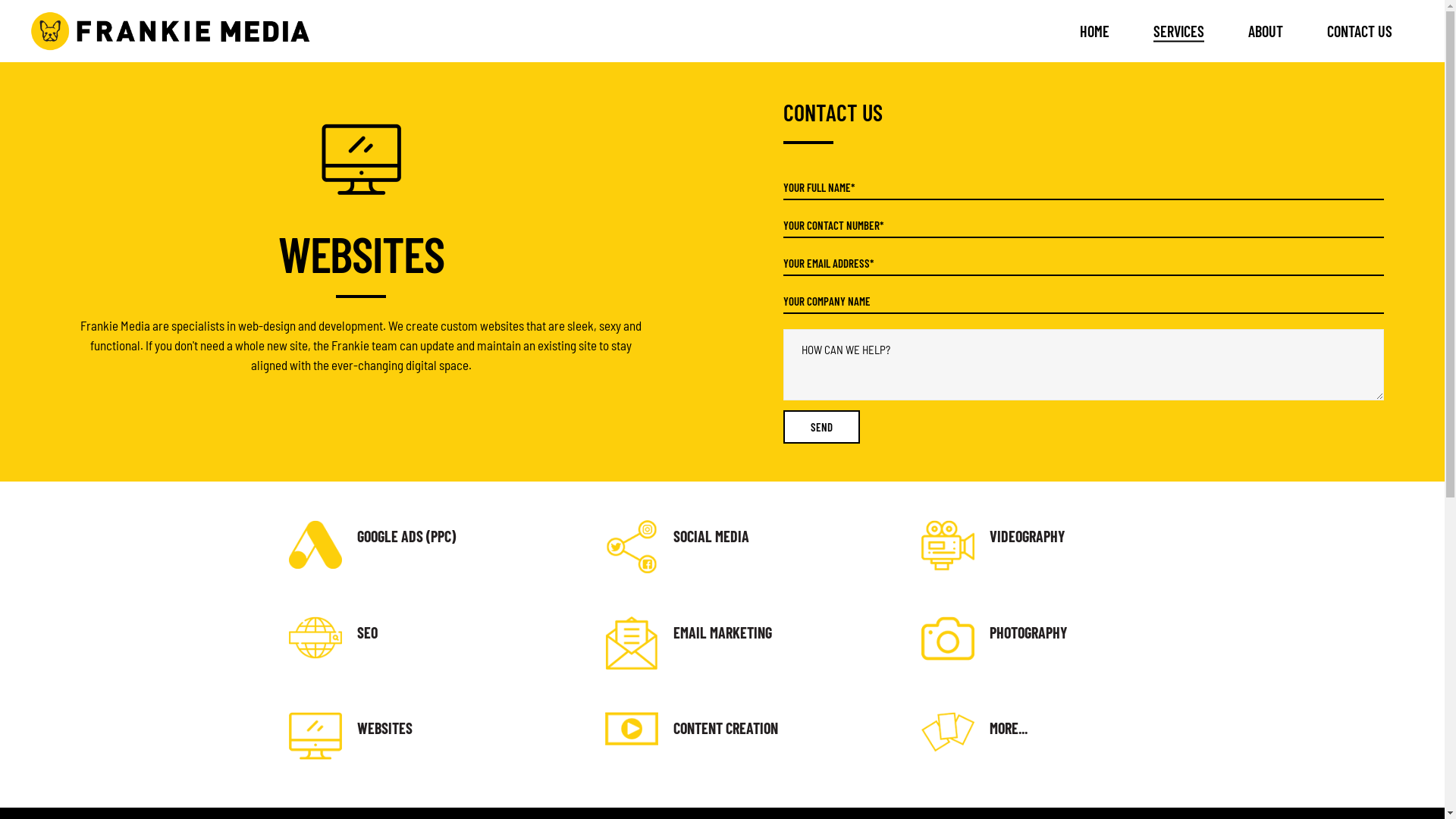  I want to click on 'VIDEOGRAPHY', so click(1027, 535).